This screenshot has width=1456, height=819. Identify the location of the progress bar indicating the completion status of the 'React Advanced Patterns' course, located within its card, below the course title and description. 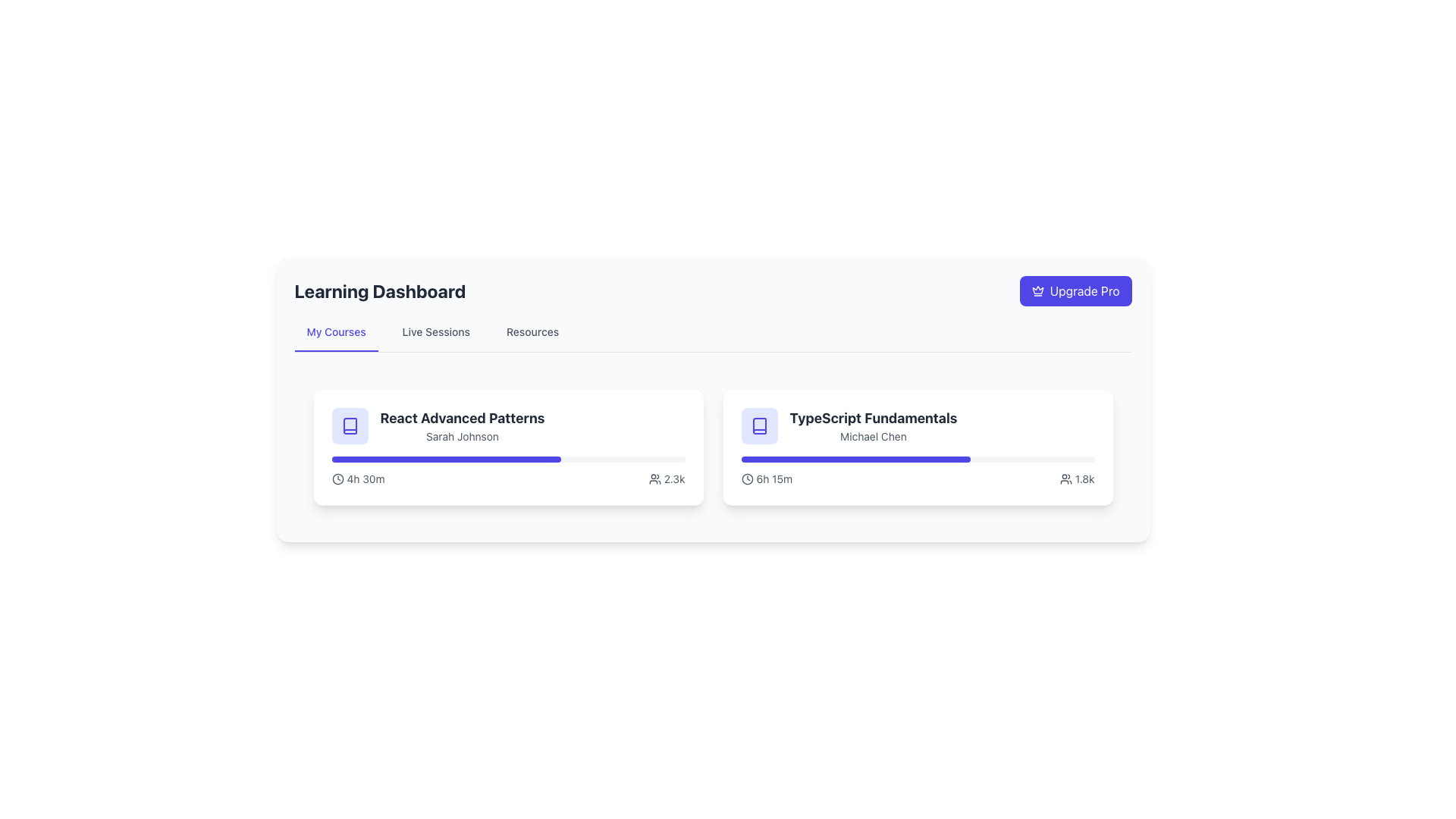
(445, 458).